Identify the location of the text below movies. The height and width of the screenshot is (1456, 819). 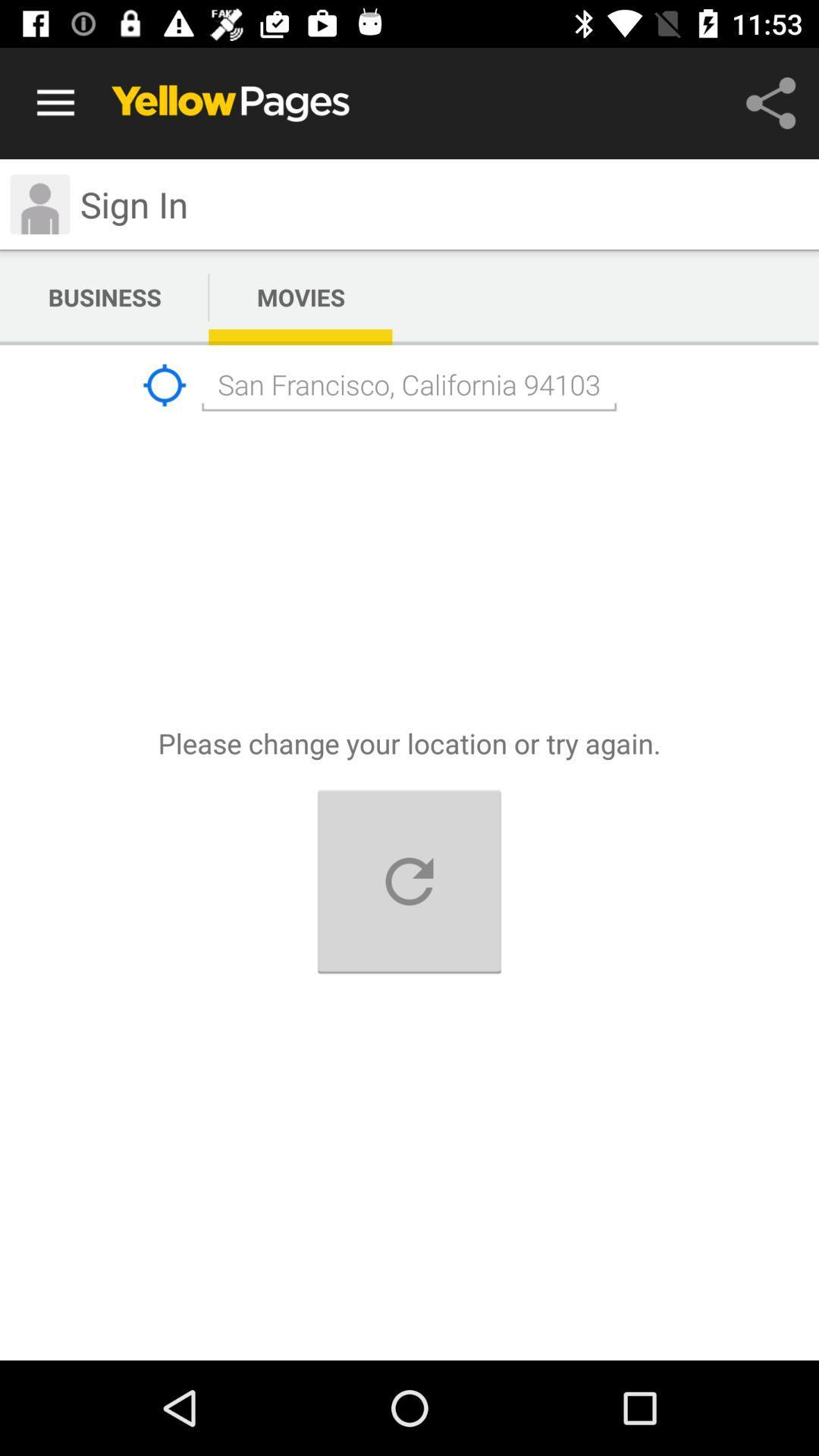
(409, 385).